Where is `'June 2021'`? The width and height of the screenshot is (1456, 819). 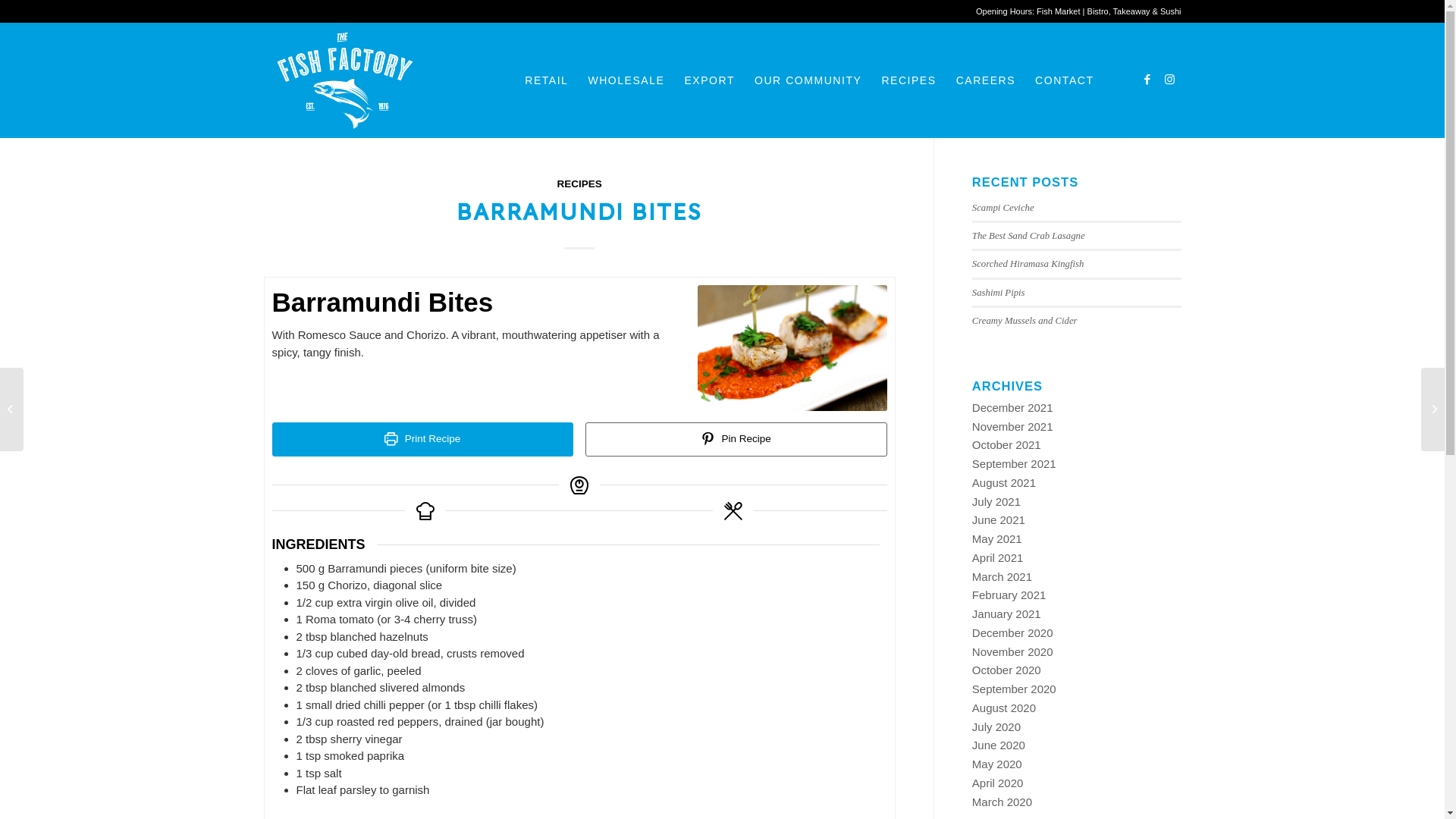 'June 2021' is located at coordinates (998, 519).